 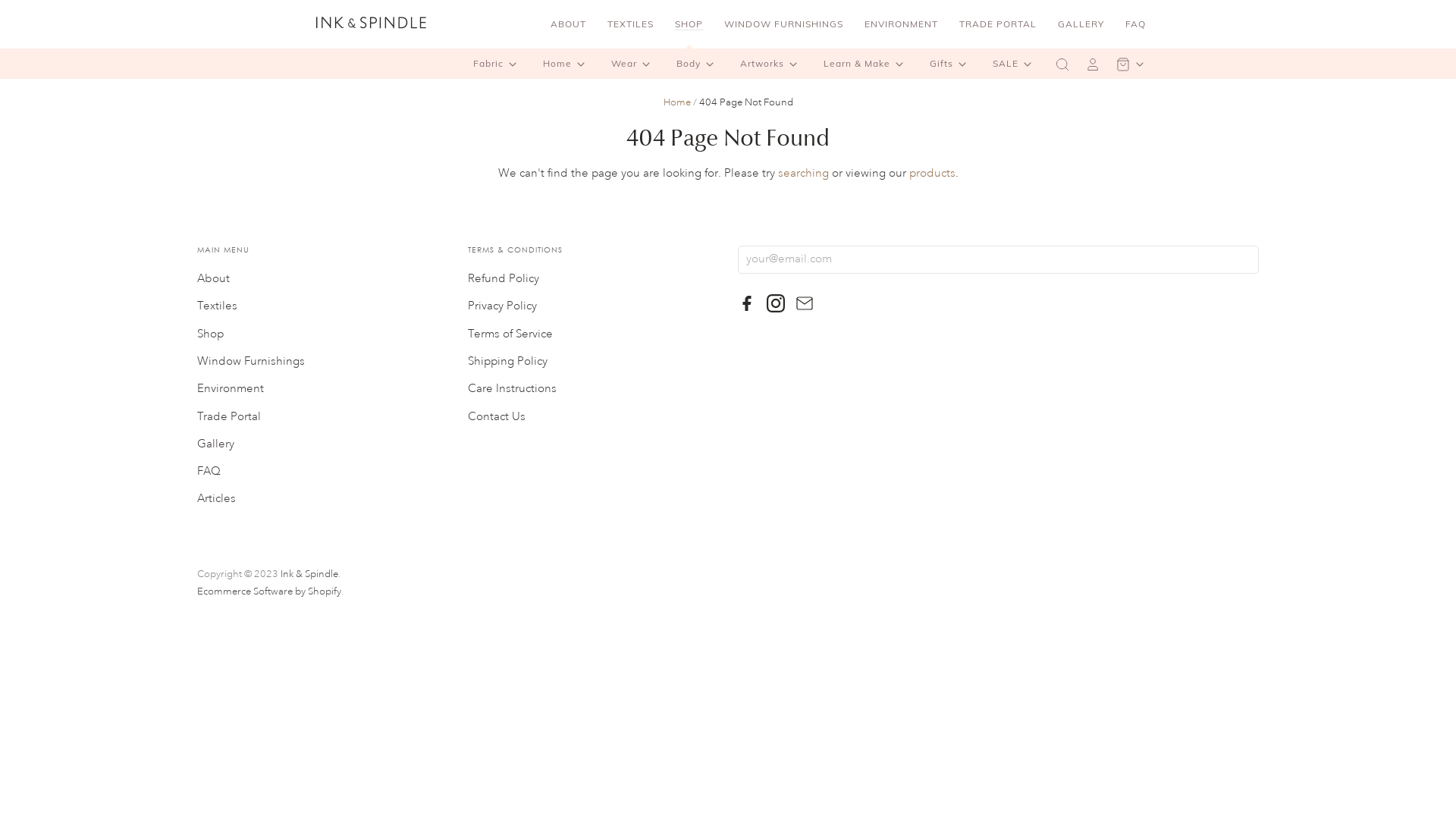 What do you see at coordinates (467, 361) in the screenshot?
I see `'Shipping Policy'` at bounding box center [467, 361].